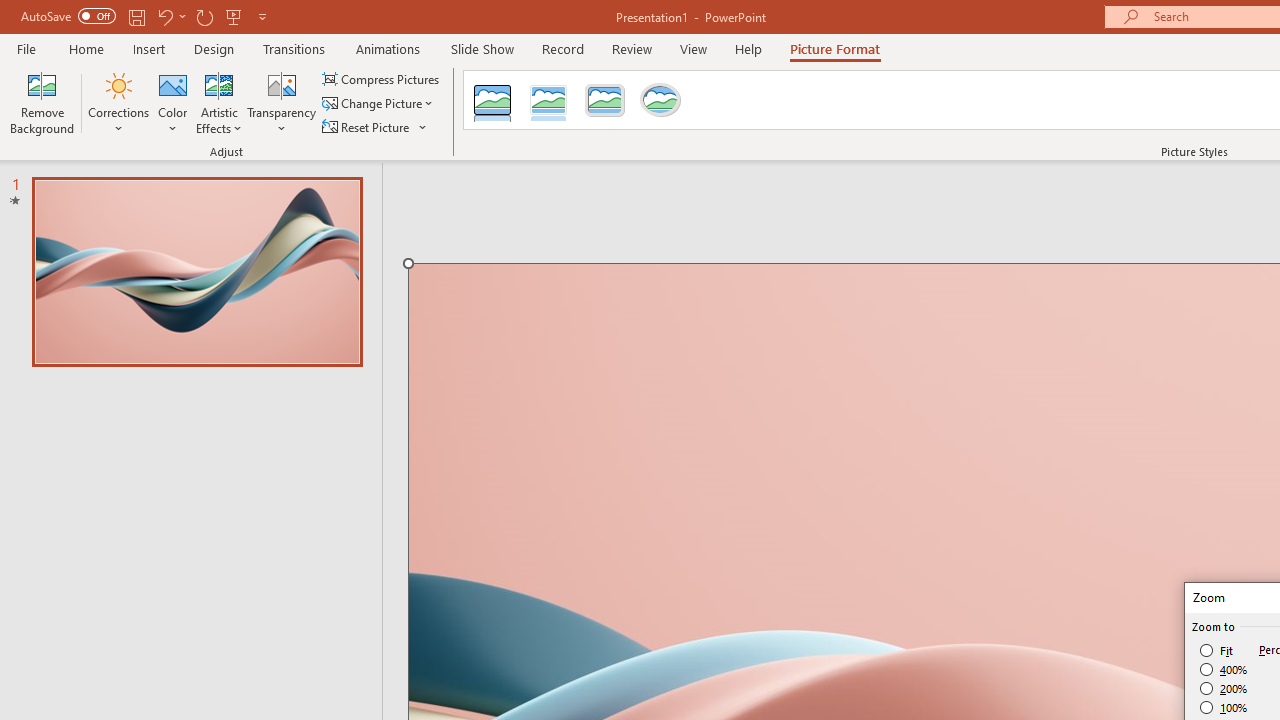  I want to click on 'Artistic Effects', so click(219, 103).